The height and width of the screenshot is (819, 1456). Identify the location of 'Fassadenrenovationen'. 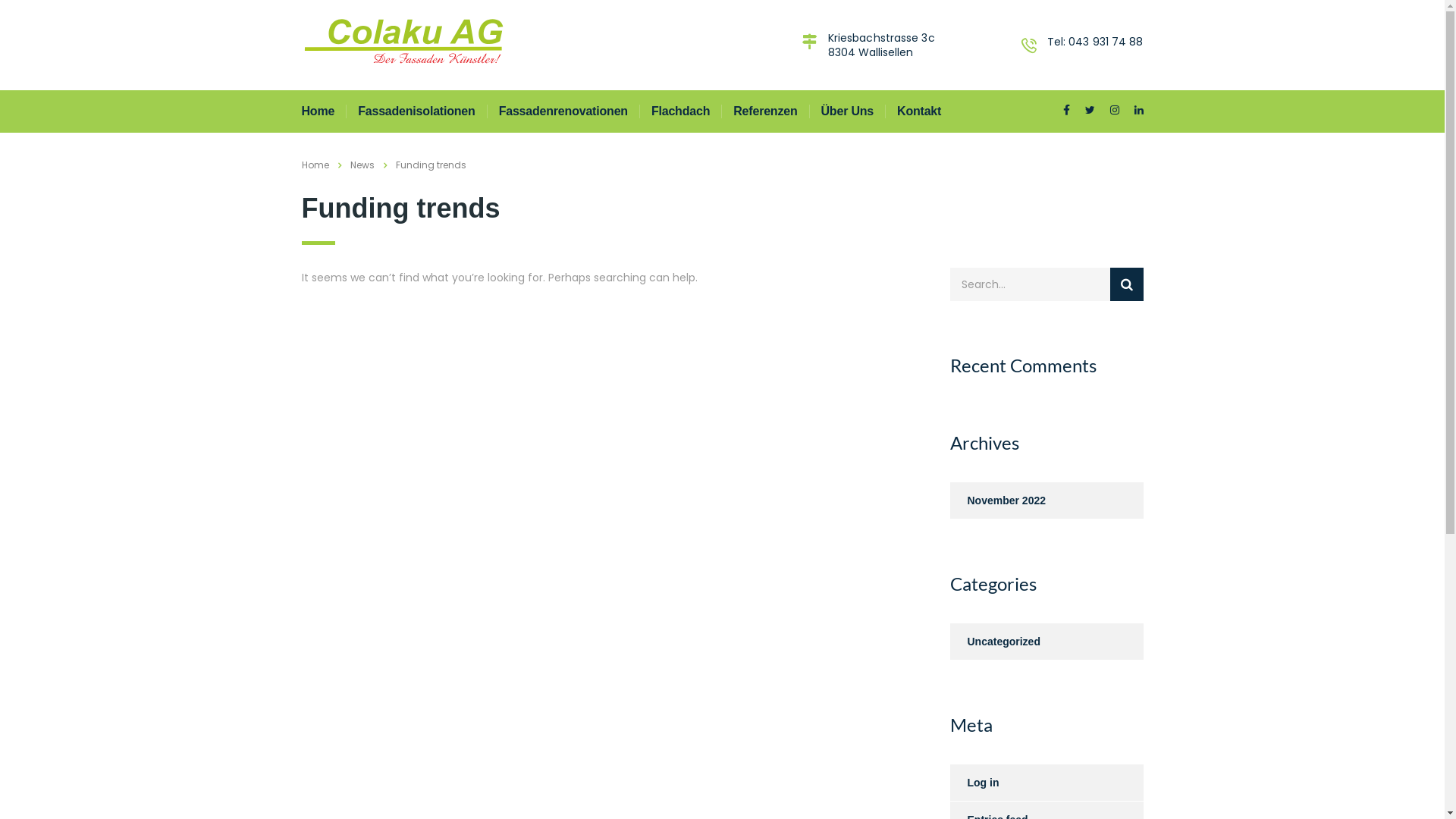
(487, 110).